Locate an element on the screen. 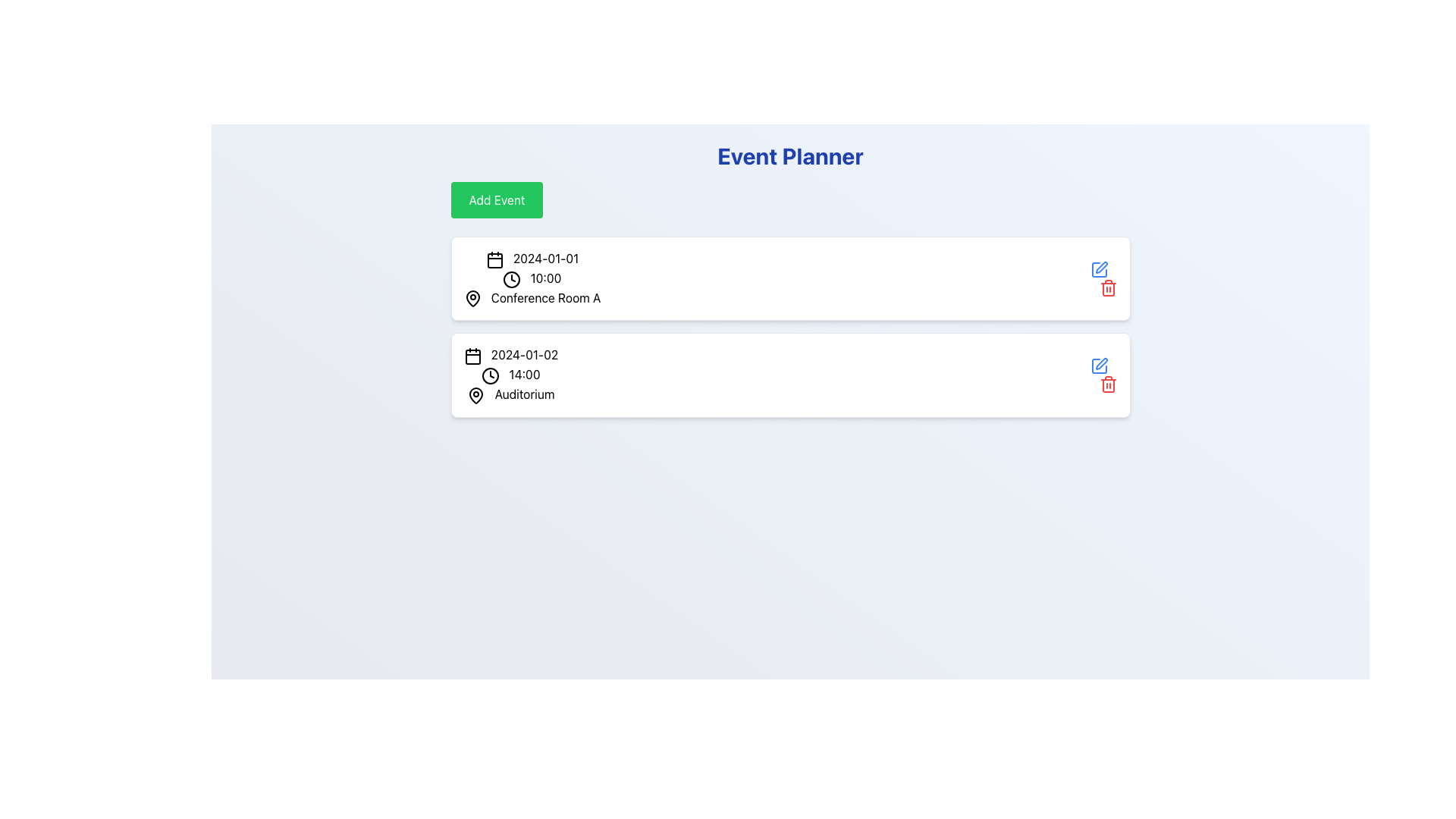  the small square shape with rounded corners, which is depicted in black stroke and white fill, located inside a calendar icon to the left of the event details displaying '2024-01-01 10:00 Conference Room A' is located at coordinates (494, 259).